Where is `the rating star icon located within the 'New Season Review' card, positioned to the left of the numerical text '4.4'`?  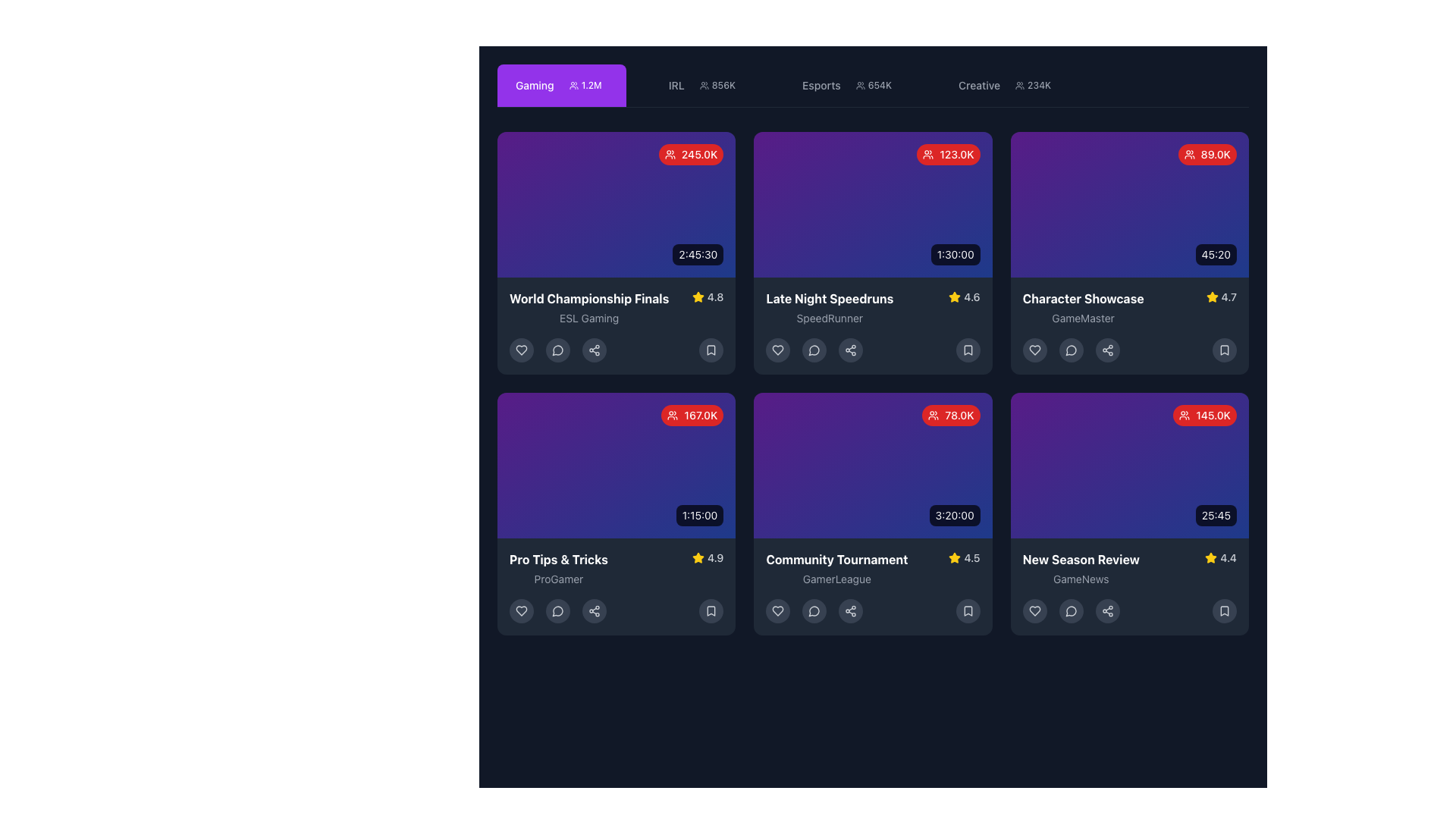 the rating star icon located within the 'New Season Review' card, positioned to the left of the numerical text '4.4' is located at coordinates (1210, 558).